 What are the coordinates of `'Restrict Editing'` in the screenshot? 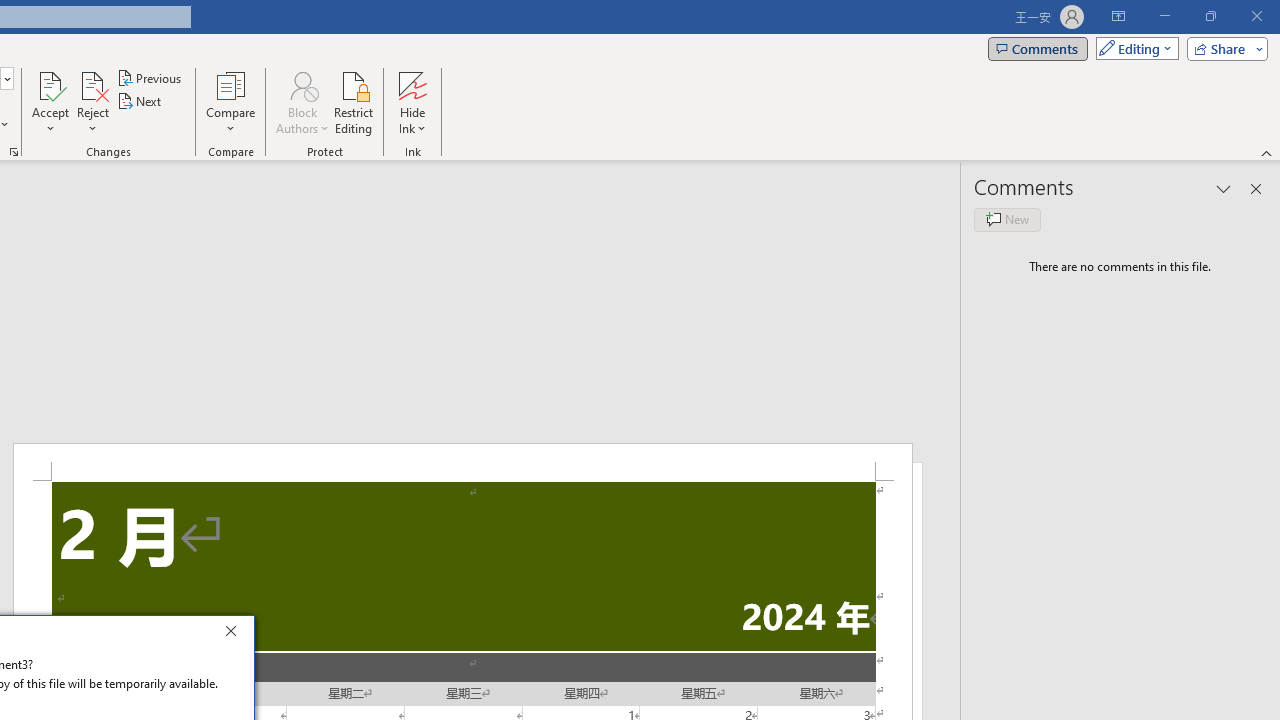 It's located at (353, 103).